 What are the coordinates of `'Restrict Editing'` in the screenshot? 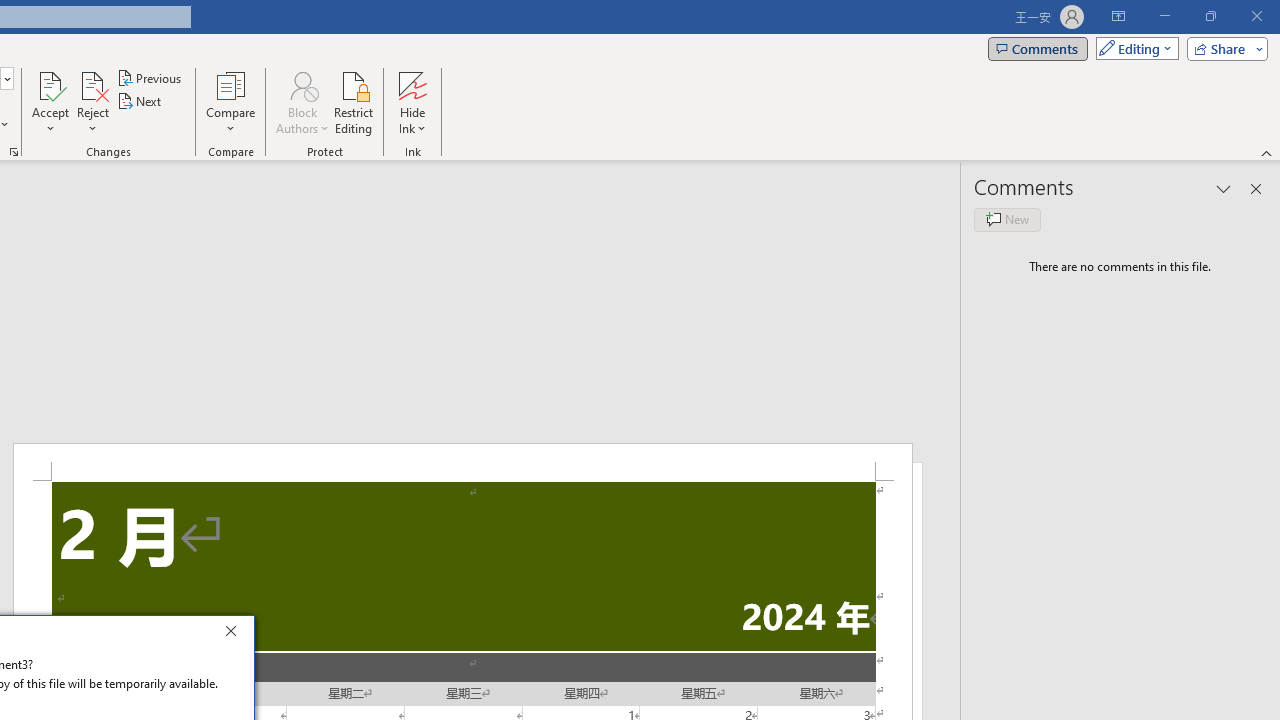 It's located at (353, 103).